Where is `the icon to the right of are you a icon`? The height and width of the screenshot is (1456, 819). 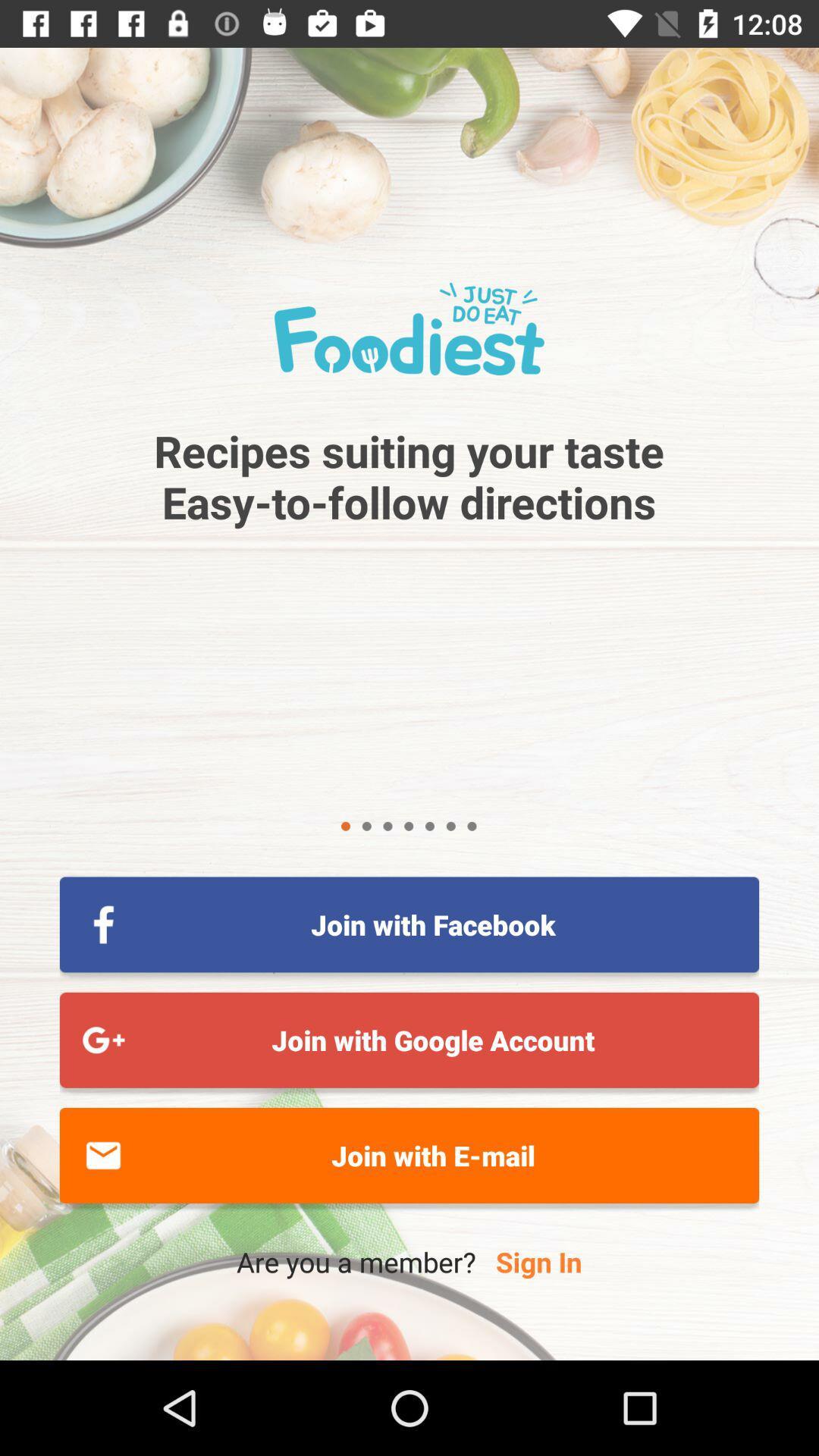
the icon to the right of are you a icon is located at coordinates (538, 1262).